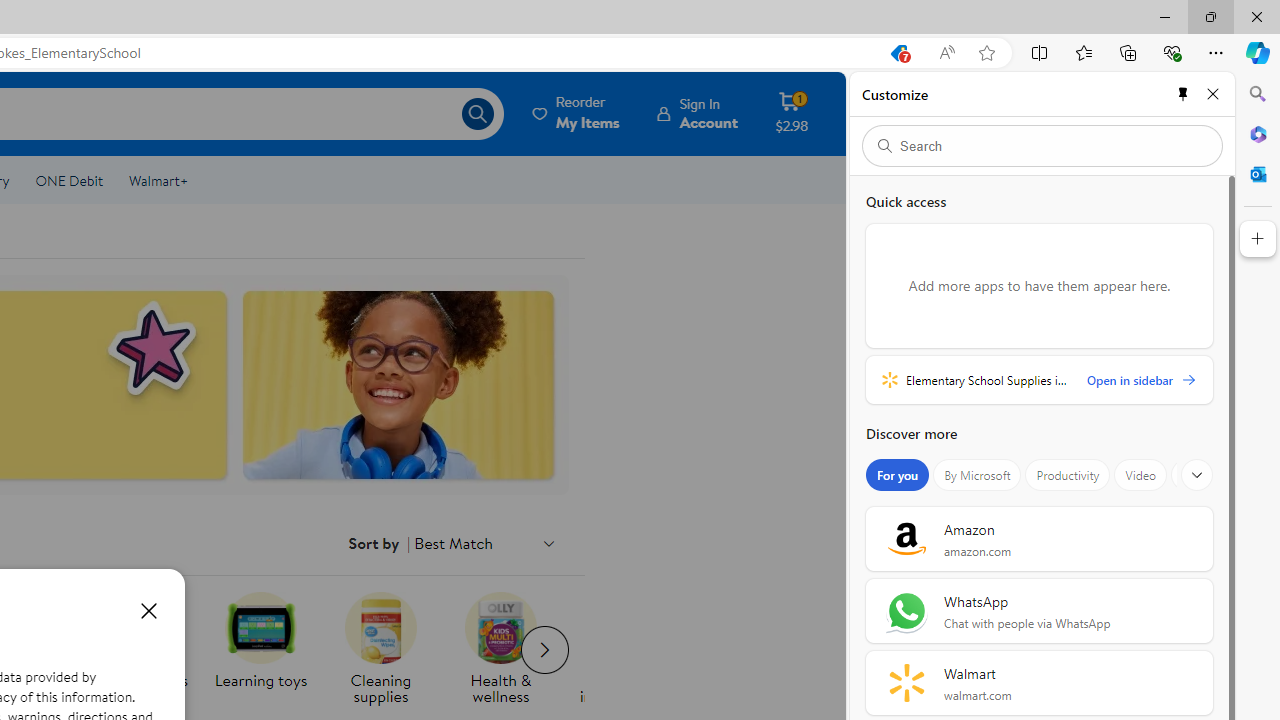 Image resolution: width=1280 pixels, height=720 pixels. Describe the element at coordinates (1067, 475) in the screenshot. I see `'Productivity'` at that location.